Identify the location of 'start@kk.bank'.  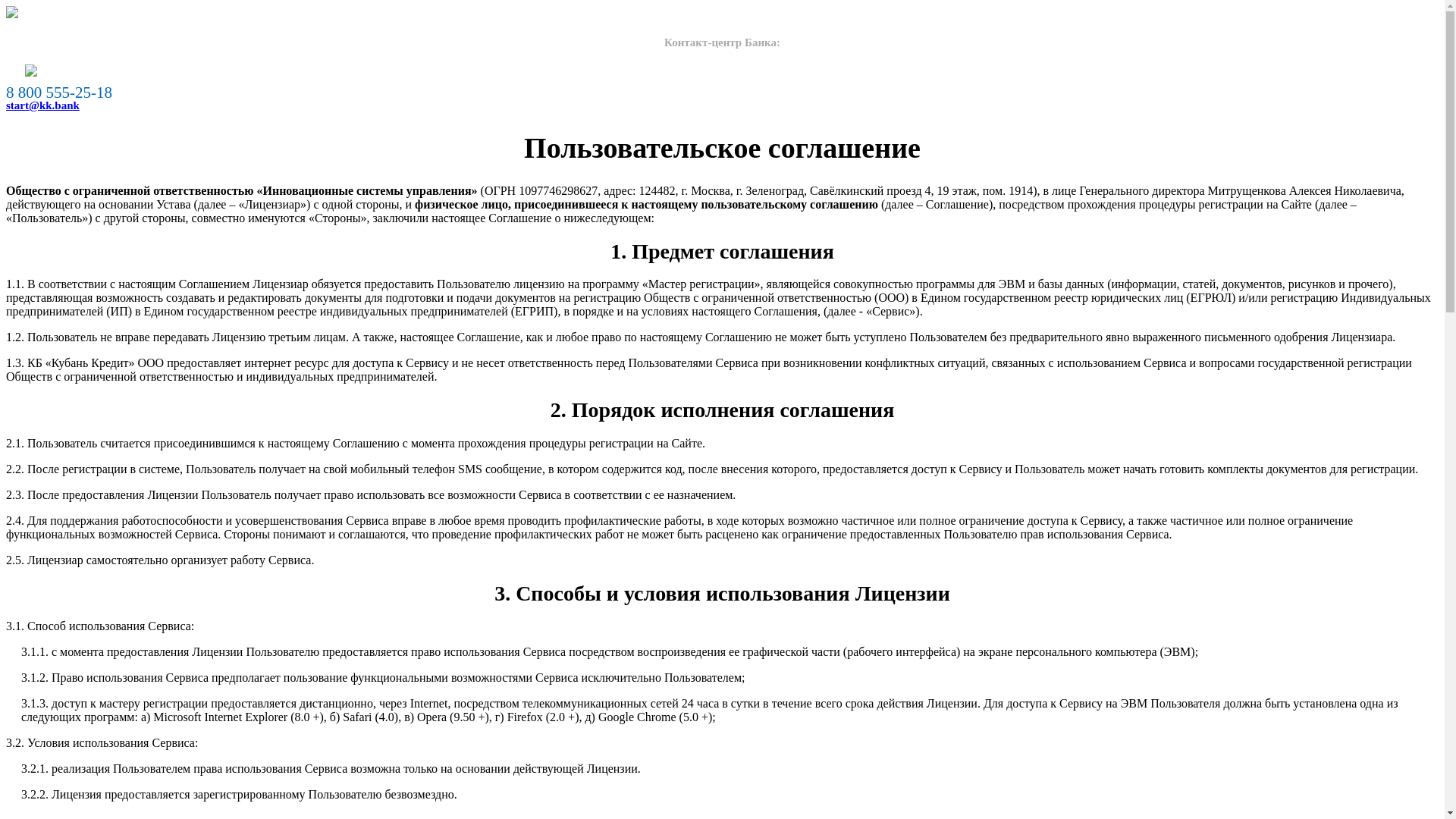
(6, 104).